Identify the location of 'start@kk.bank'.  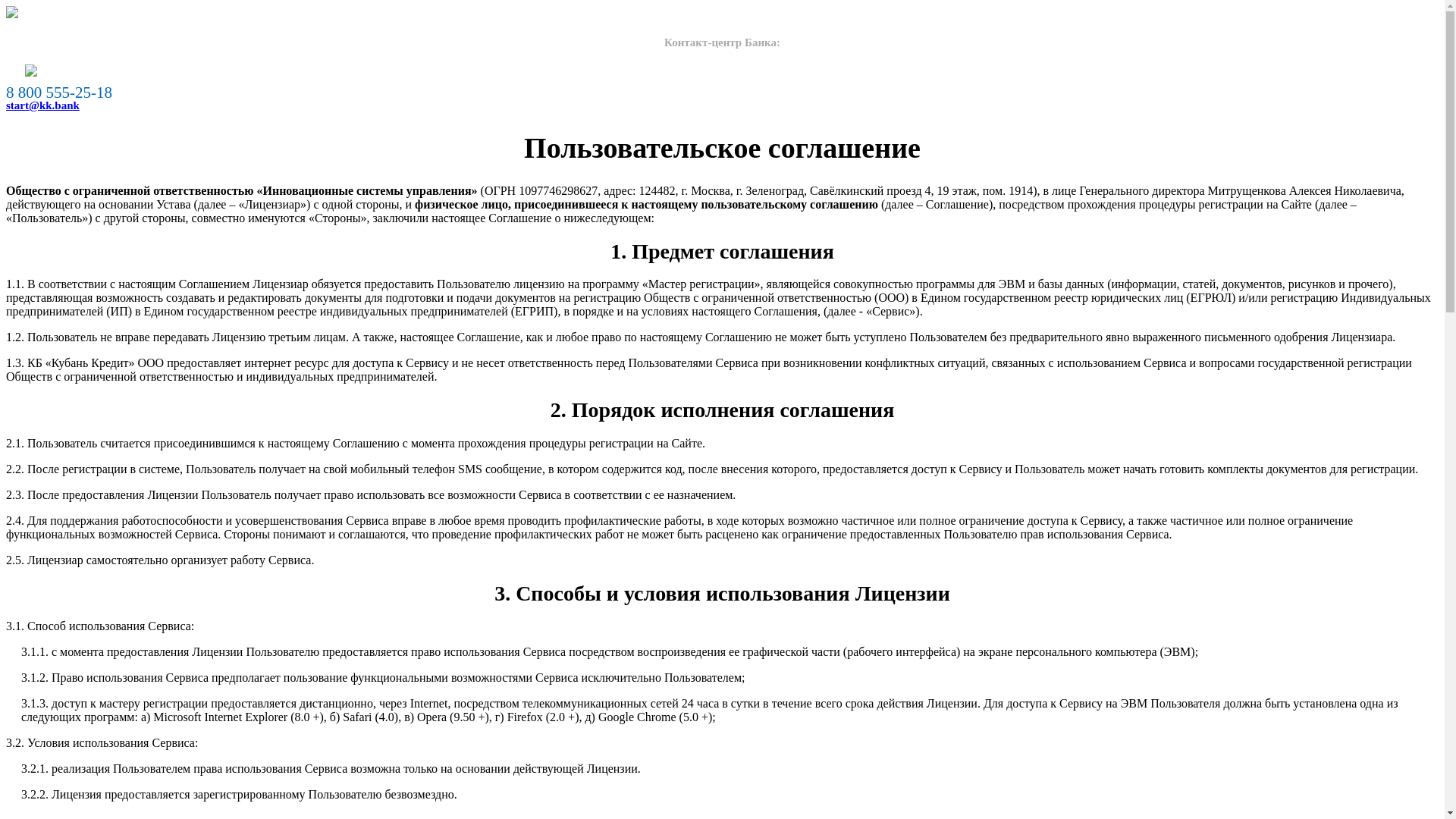
(6, 104).